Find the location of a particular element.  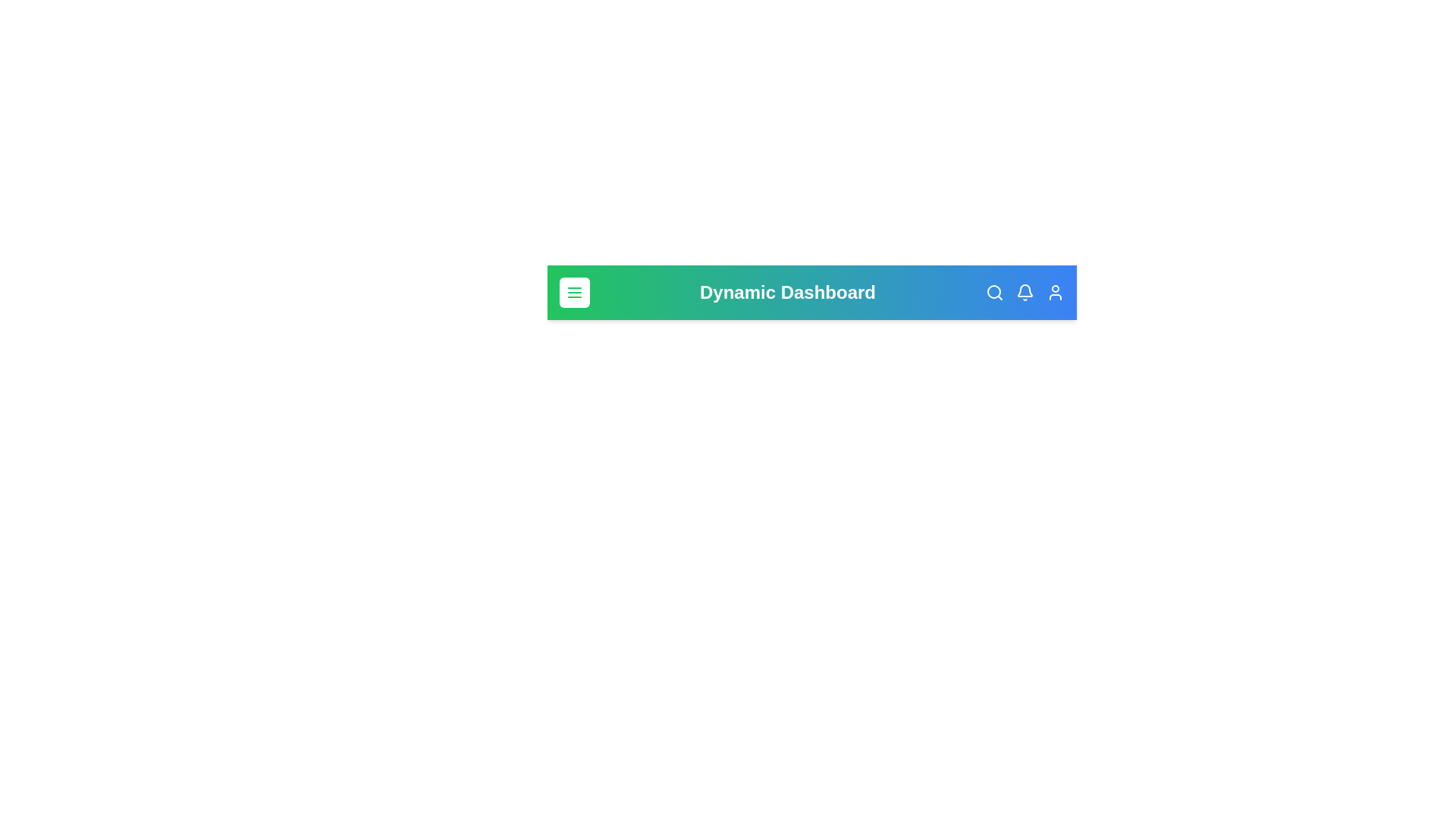

the notification bell icon to view notifications is located at coordinates (1025, 292).